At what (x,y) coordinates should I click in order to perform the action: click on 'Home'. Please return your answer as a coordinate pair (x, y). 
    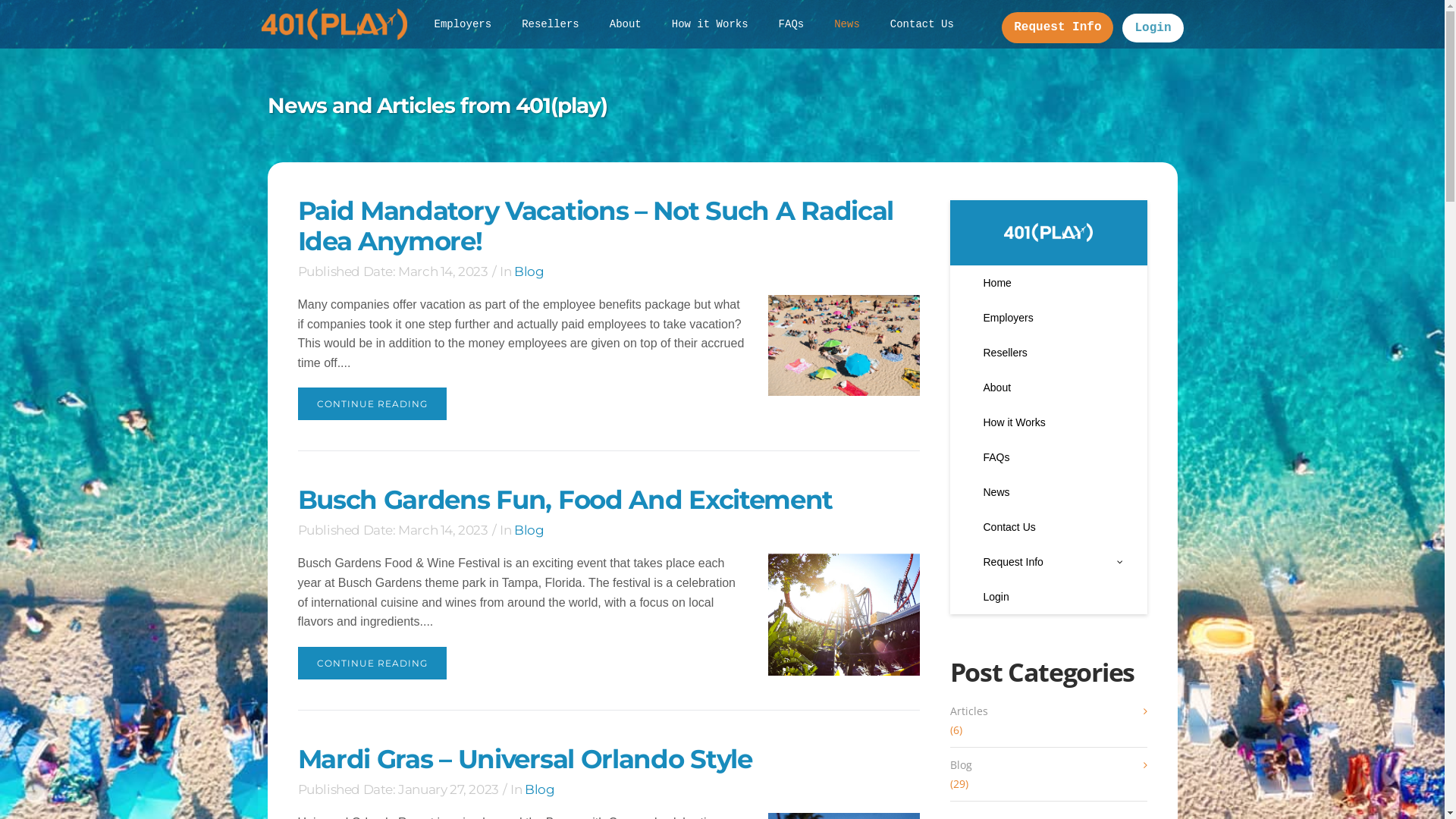
    Looking at the image, I should click on (1047, 283).